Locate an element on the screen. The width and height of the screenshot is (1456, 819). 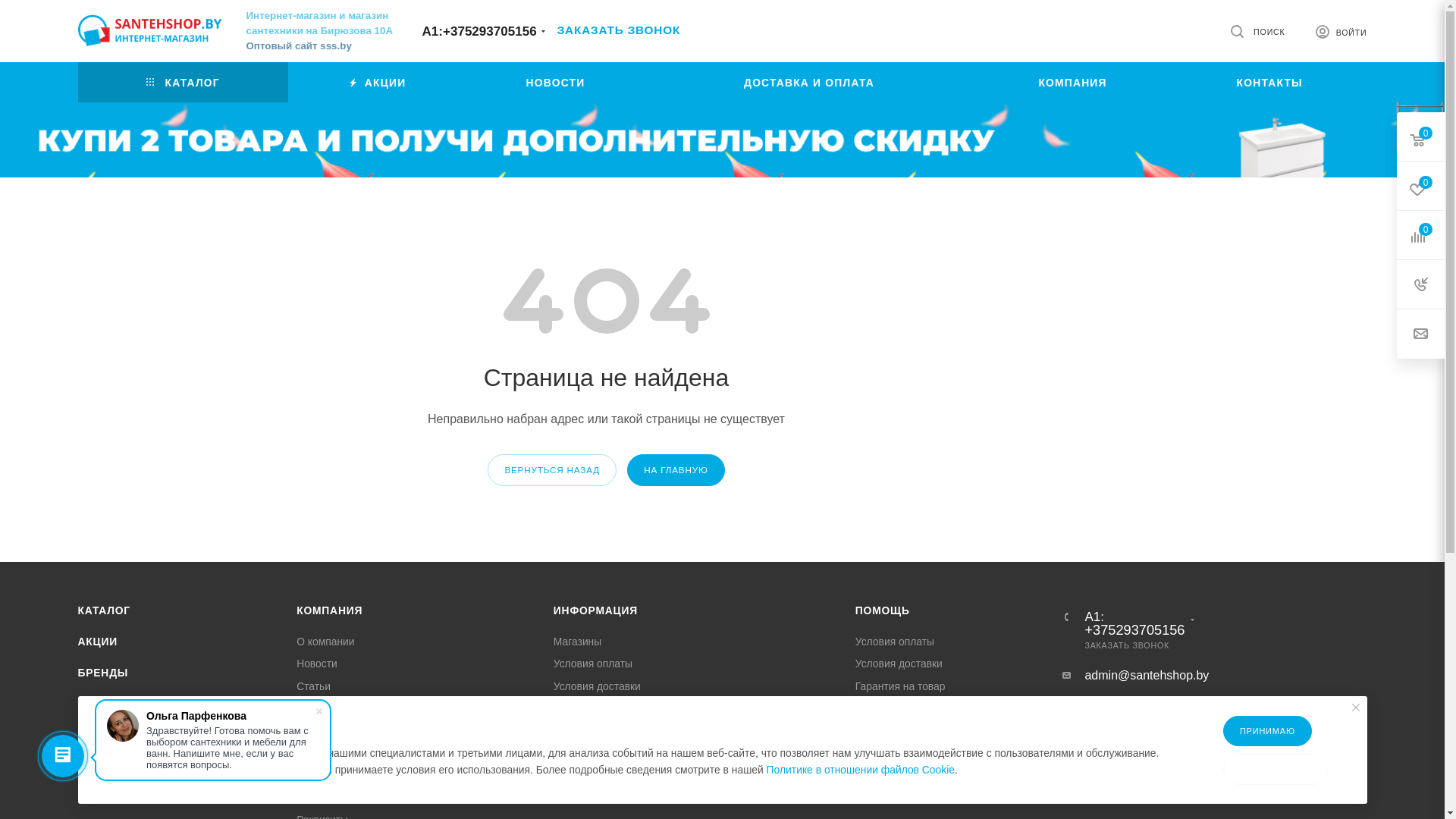
'admin@santehshop.by' is located at coordinates (1147, 674).